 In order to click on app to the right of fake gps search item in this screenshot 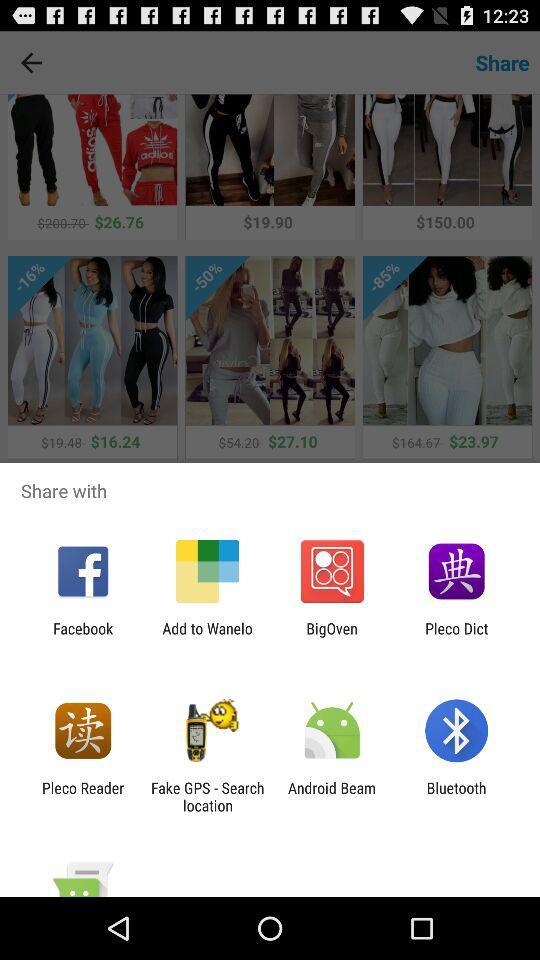, I will do `click(332, 796)`.